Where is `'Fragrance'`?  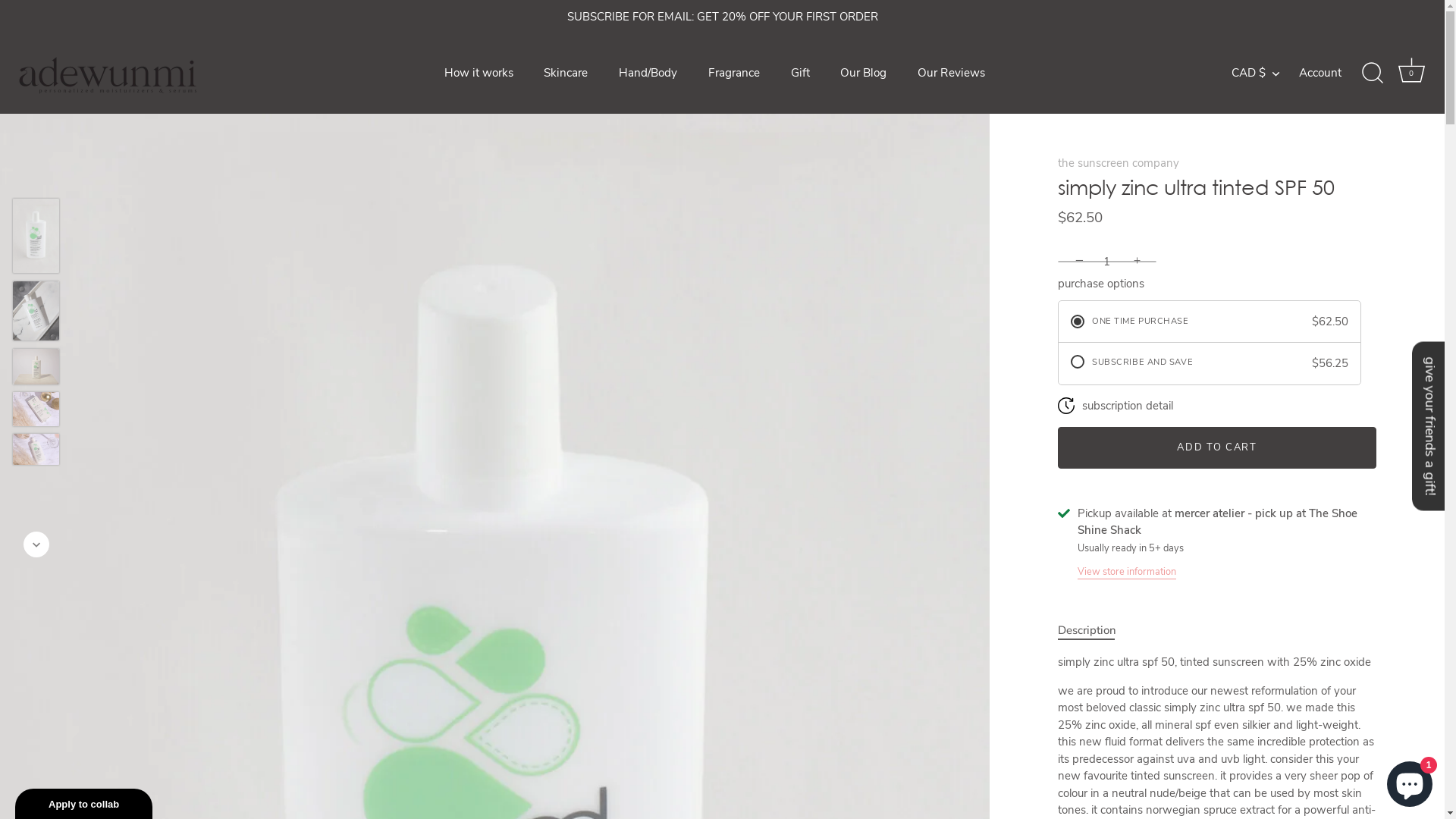
'Fragrance' is located at coordinates (734, 73).